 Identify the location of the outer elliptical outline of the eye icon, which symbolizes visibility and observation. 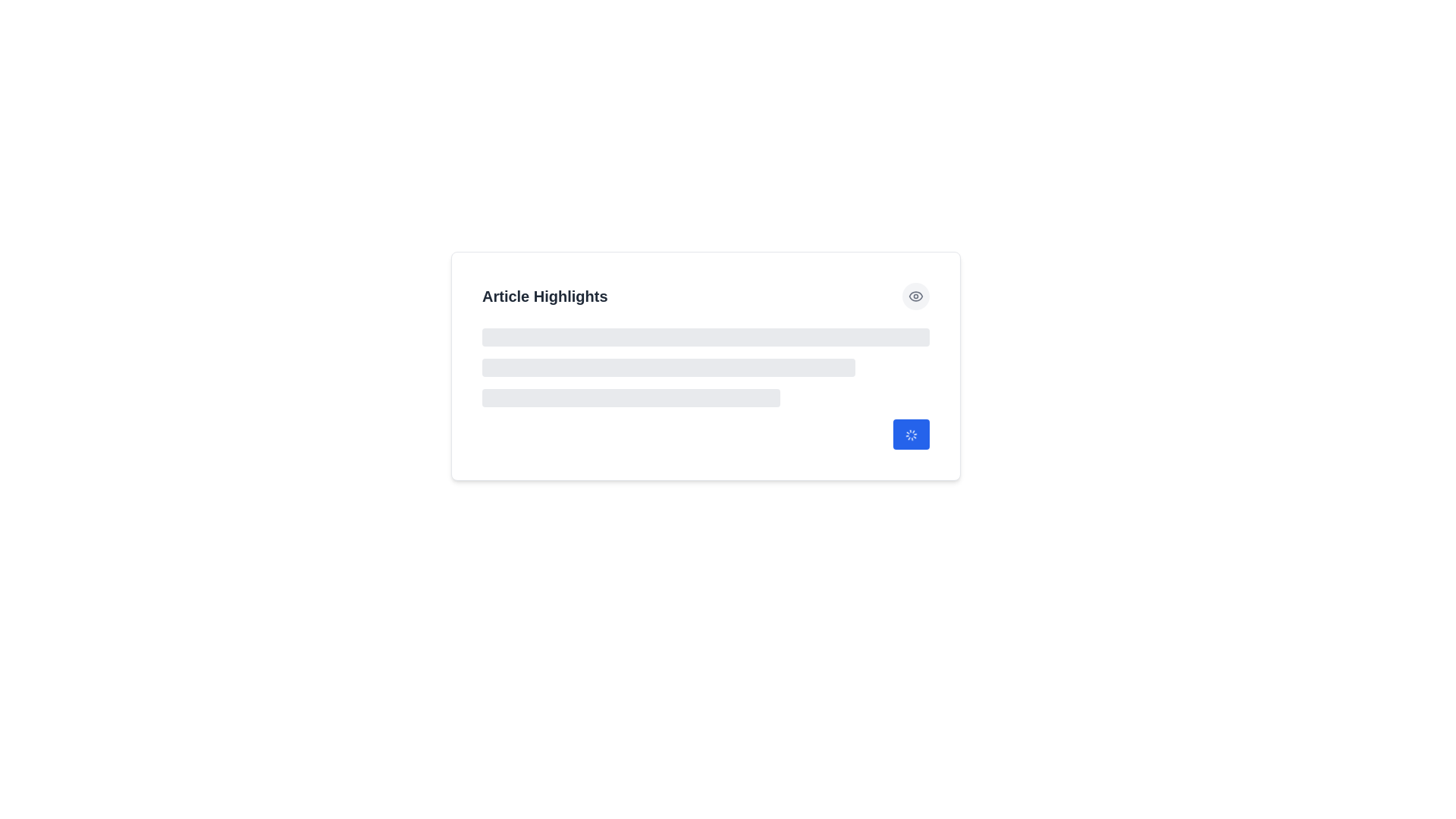
(915, 296).